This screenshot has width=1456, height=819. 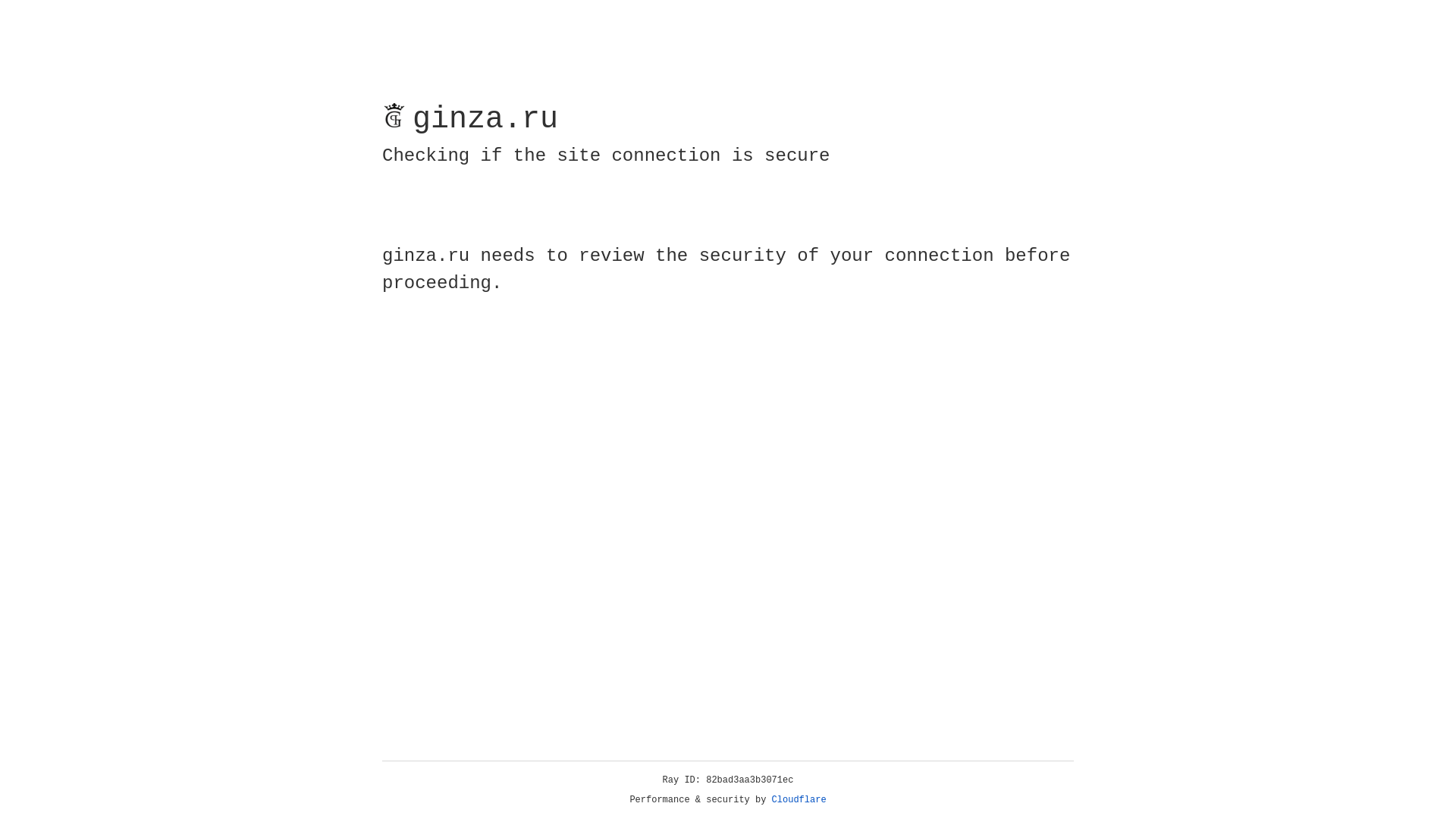 What do you see at coordinates (799, 799) in the screenshot?
I see `'Cloudflare'` at bounding box center [799, 799].